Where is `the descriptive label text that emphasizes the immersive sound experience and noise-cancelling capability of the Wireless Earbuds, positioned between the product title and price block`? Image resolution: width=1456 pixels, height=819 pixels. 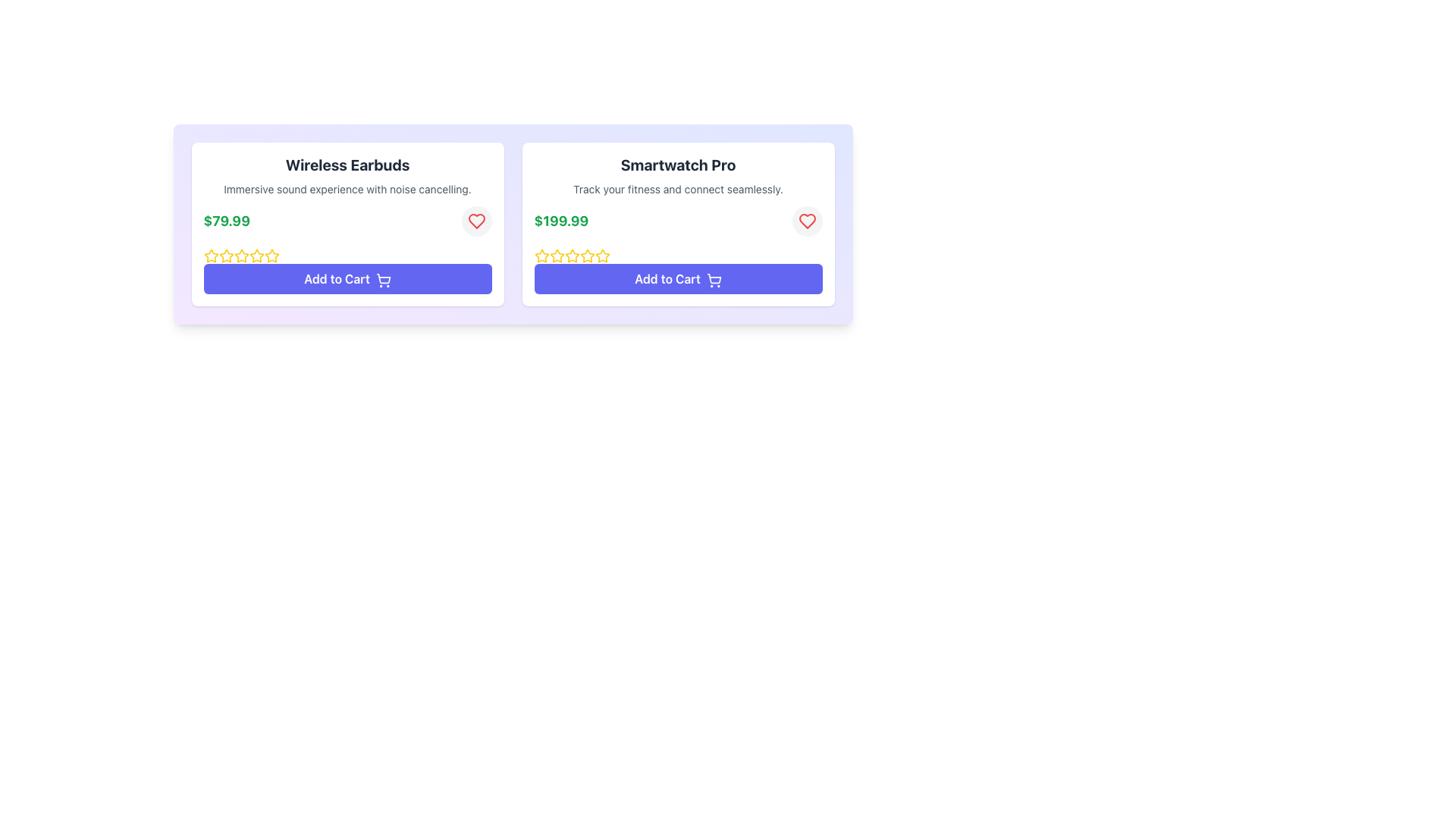 the descriptive label text that emphasizes the immersive sound experience and noise-cancelling capability of the Wireless Earbuds, positioned between the product title and price block is located at coordinates (347, 189).